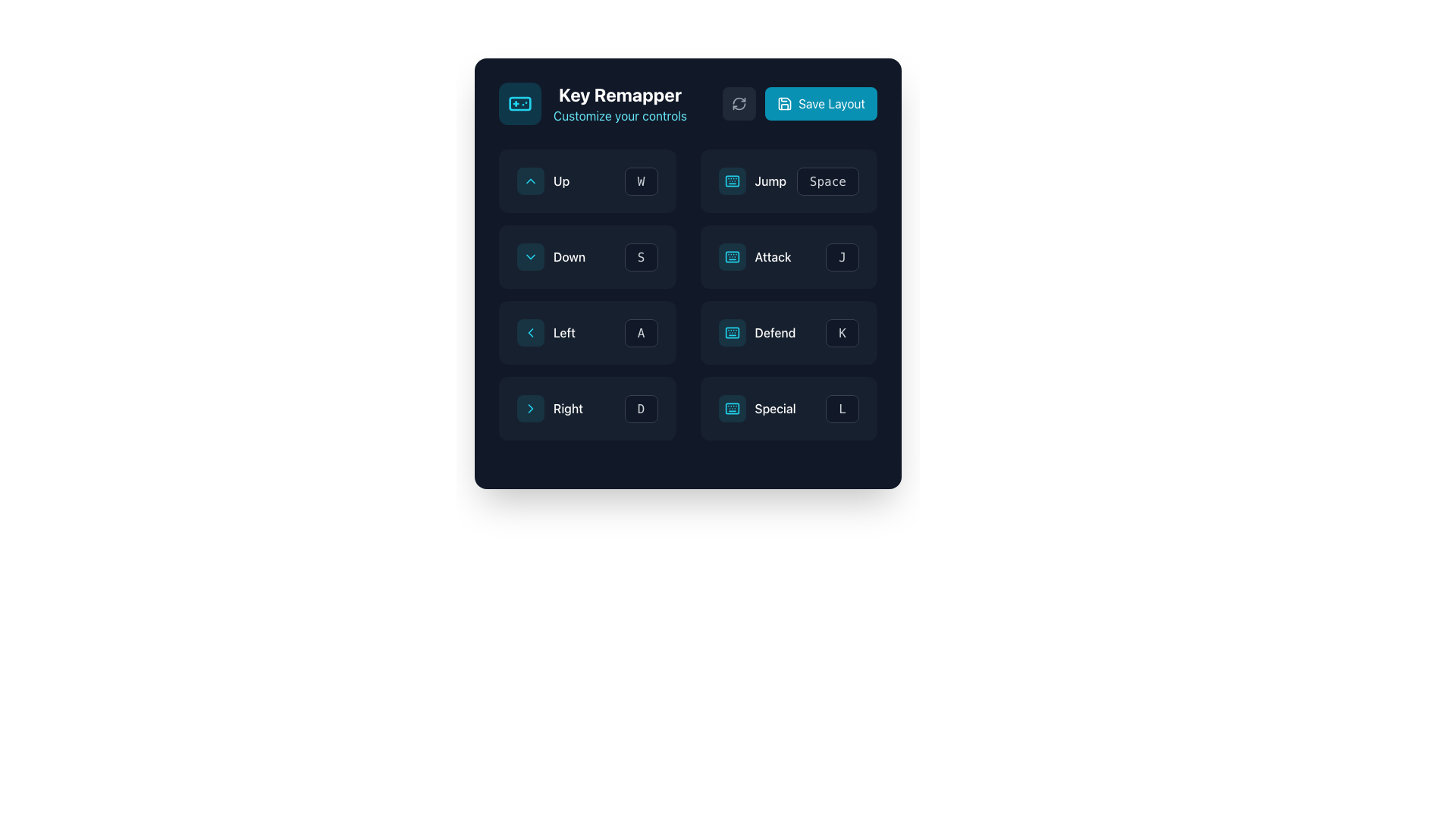  What do you see at coordinates (789, 180) in the screenshot?
I see `the composite element consisting of the 'Jump' label and 'Space' button` at bounding box center [789, 180].